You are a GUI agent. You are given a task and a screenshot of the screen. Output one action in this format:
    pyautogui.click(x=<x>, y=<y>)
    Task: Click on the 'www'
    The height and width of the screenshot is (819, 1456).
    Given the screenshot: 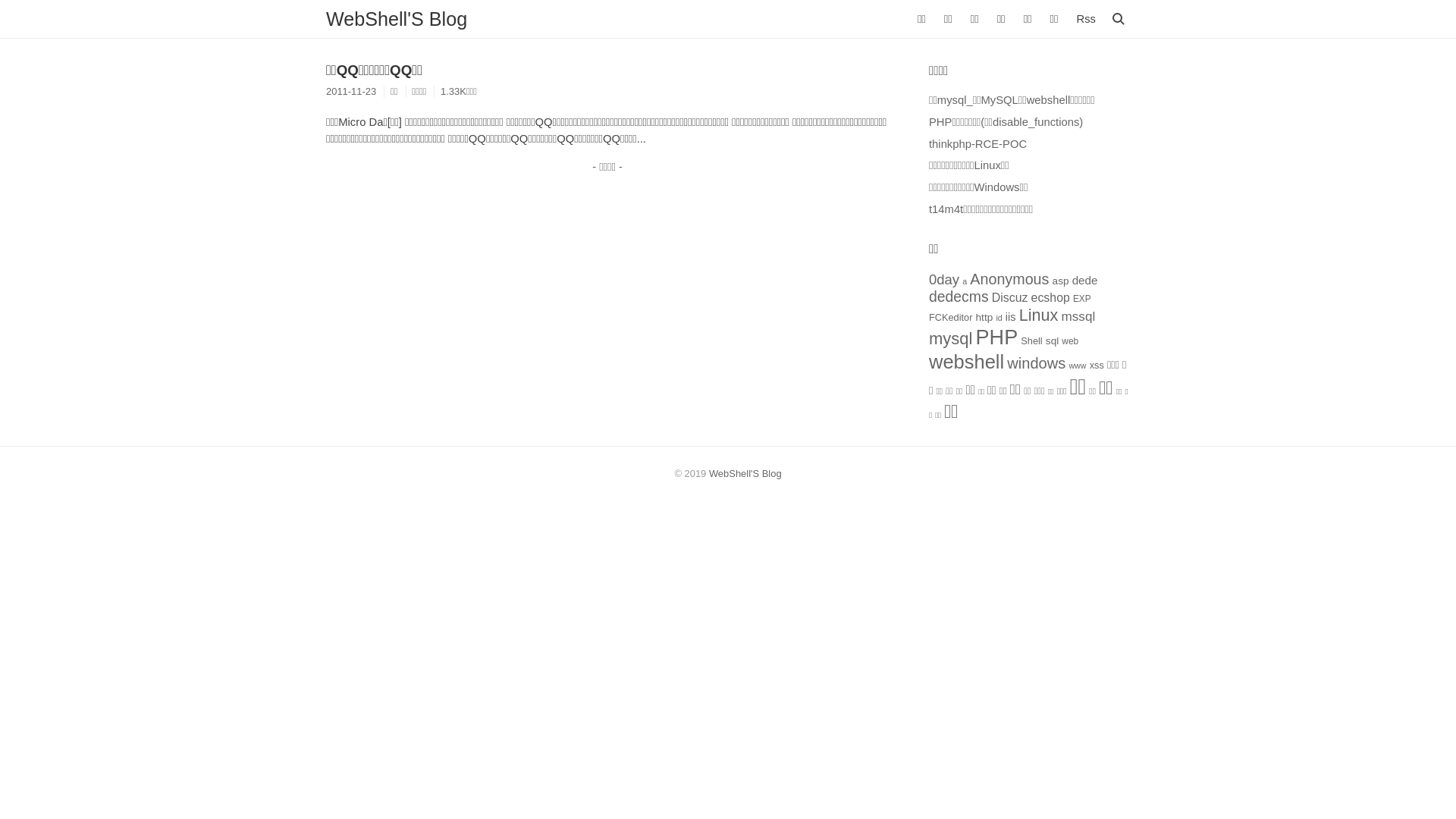 What is the action you would take?
    pyautogui.click(x=1076, y=366)
    